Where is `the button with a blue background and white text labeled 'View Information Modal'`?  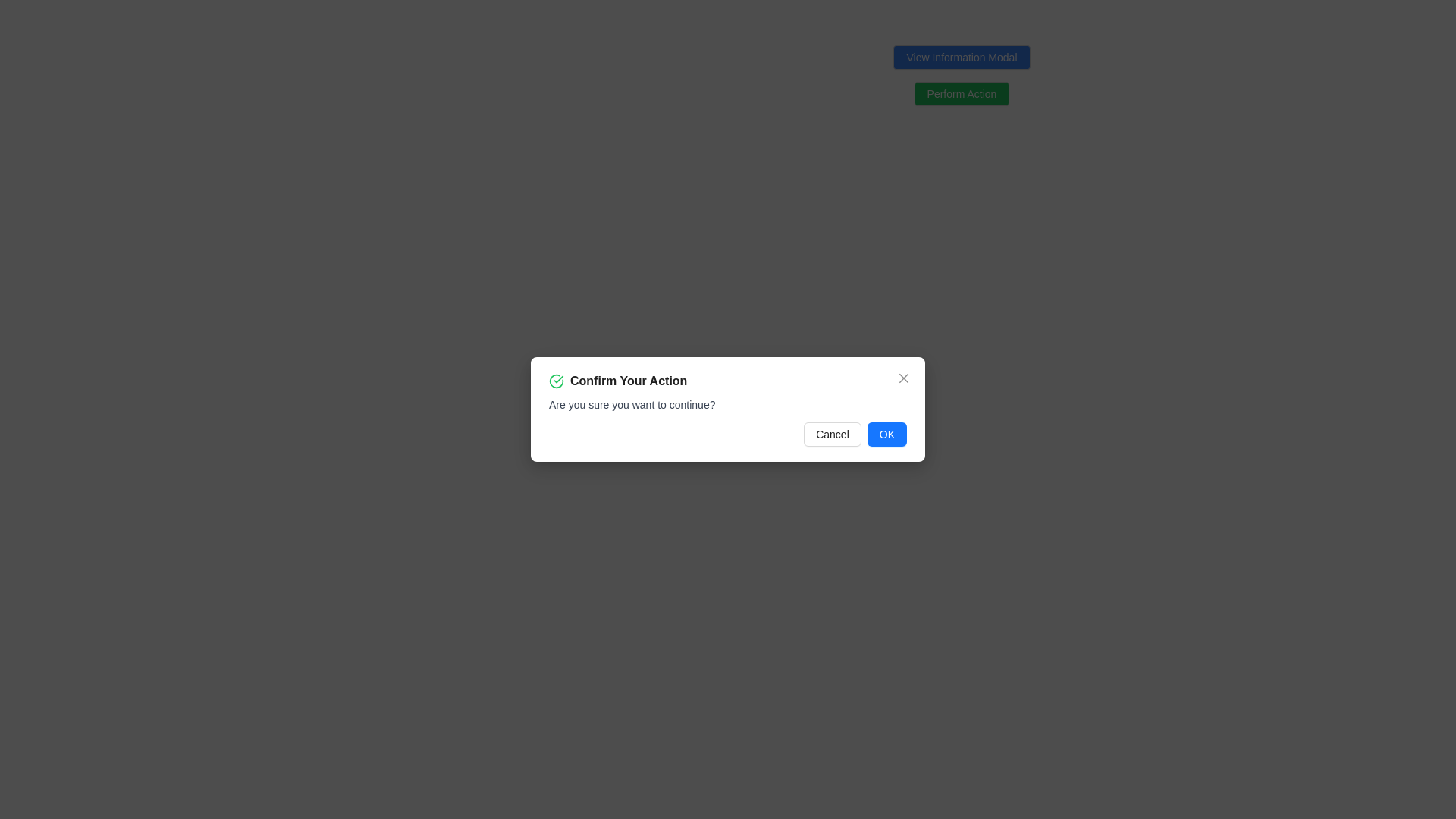
the button with a blue background and white text labeled 'View Information Modal' is located at coordinates (961, 57).